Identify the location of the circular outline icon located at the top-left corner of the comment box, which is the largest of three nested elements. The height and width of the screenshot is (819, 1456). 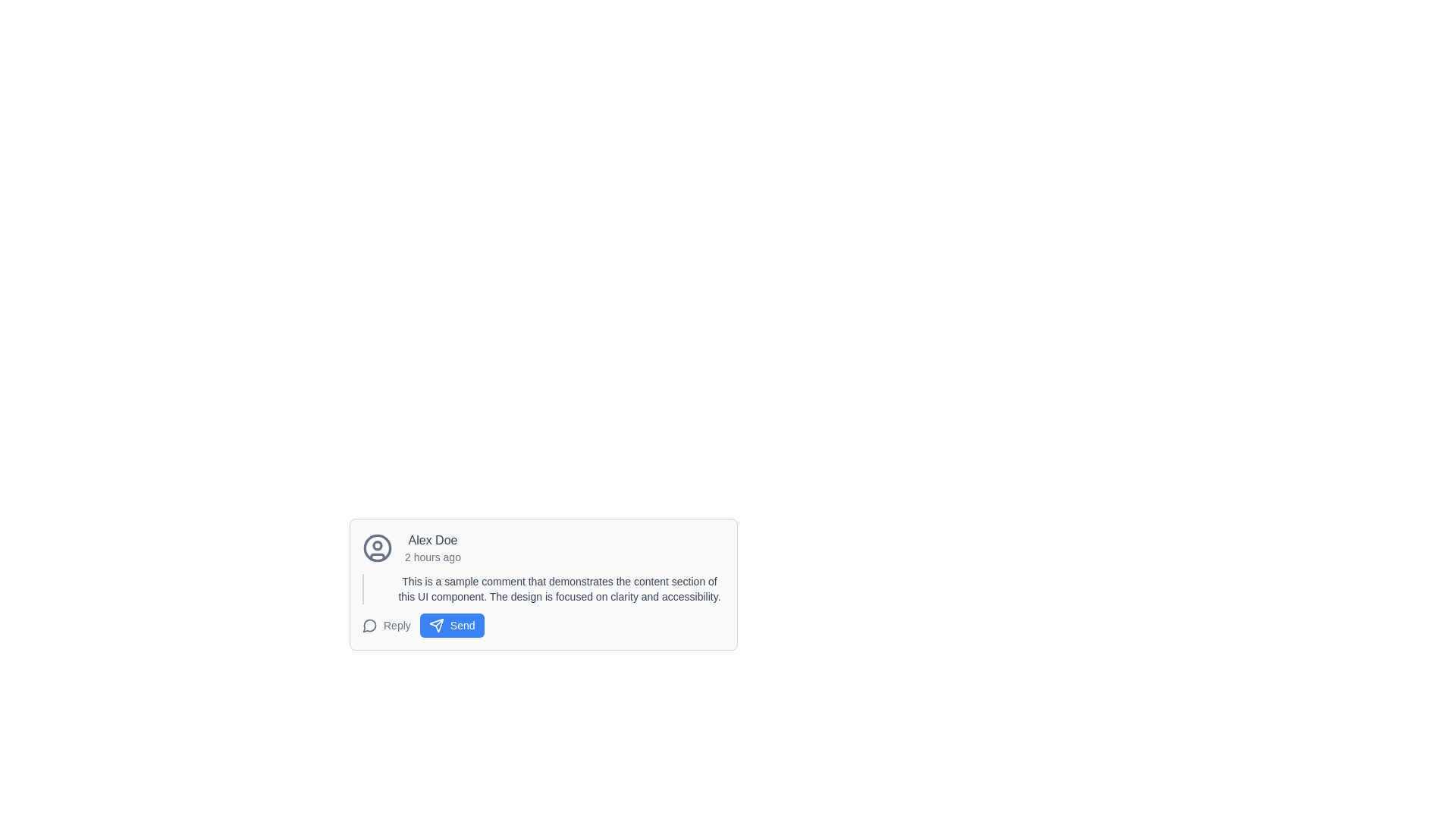
(378, 548).